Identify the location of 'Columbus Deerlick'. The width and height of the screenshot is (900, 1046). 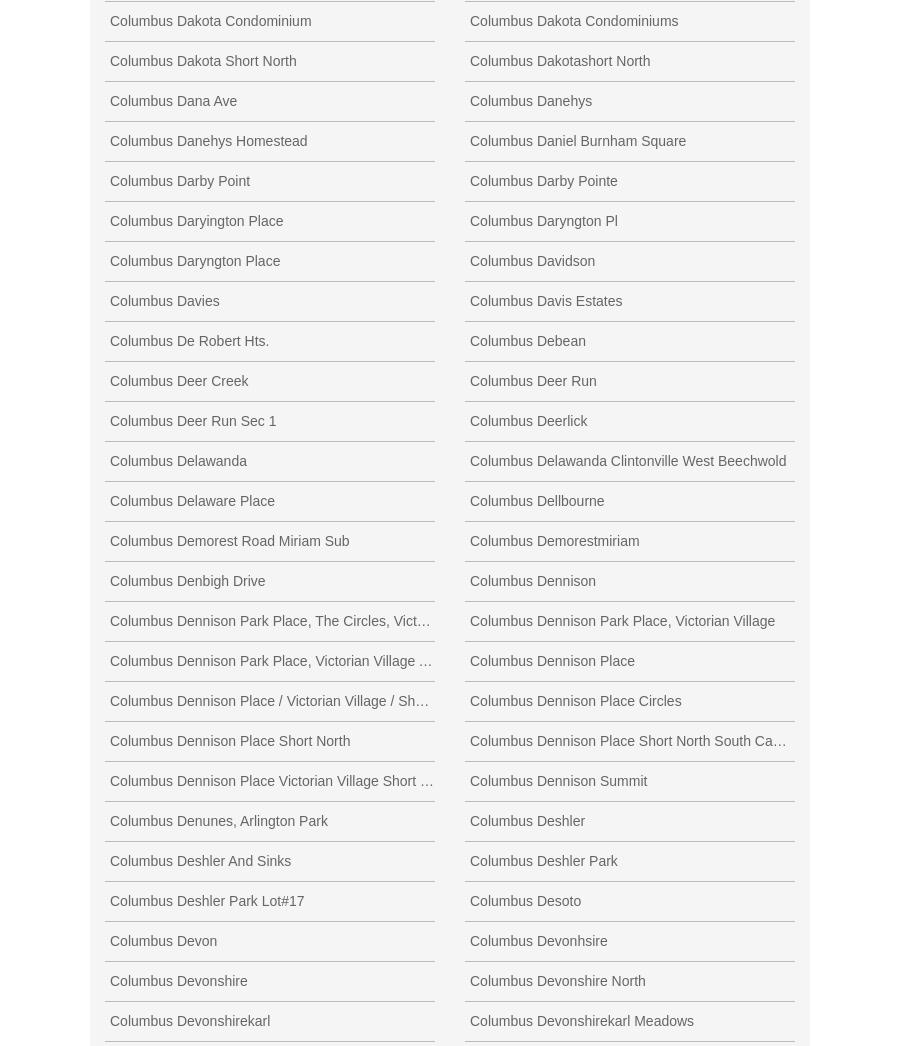
(527, 418).